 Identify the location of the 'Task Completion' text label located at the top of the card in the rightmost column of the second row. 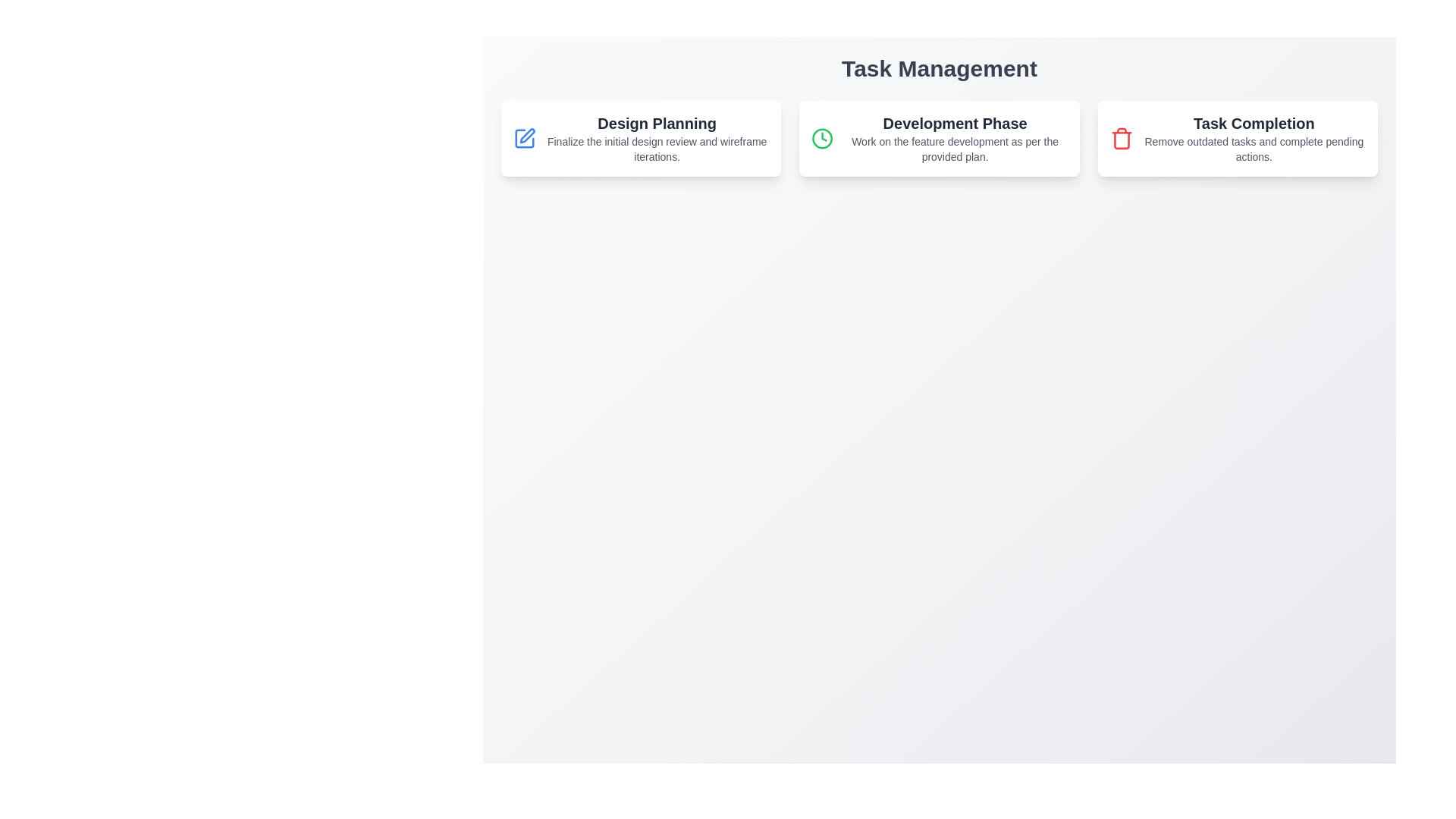
(1254, 122).